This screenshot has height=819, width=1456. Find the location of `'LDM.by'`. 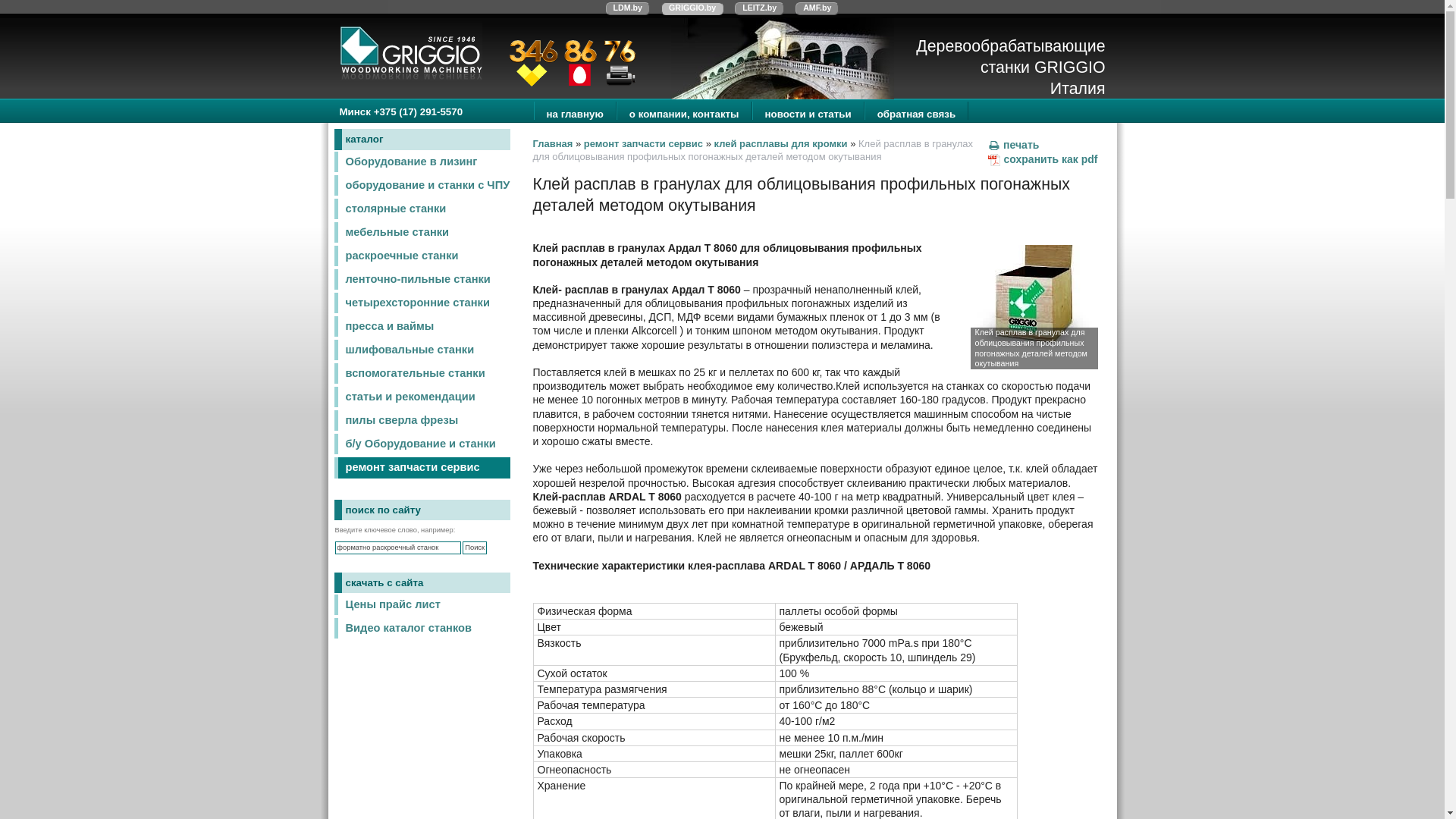

'LDM.by' is located at coordinates (628, 8).